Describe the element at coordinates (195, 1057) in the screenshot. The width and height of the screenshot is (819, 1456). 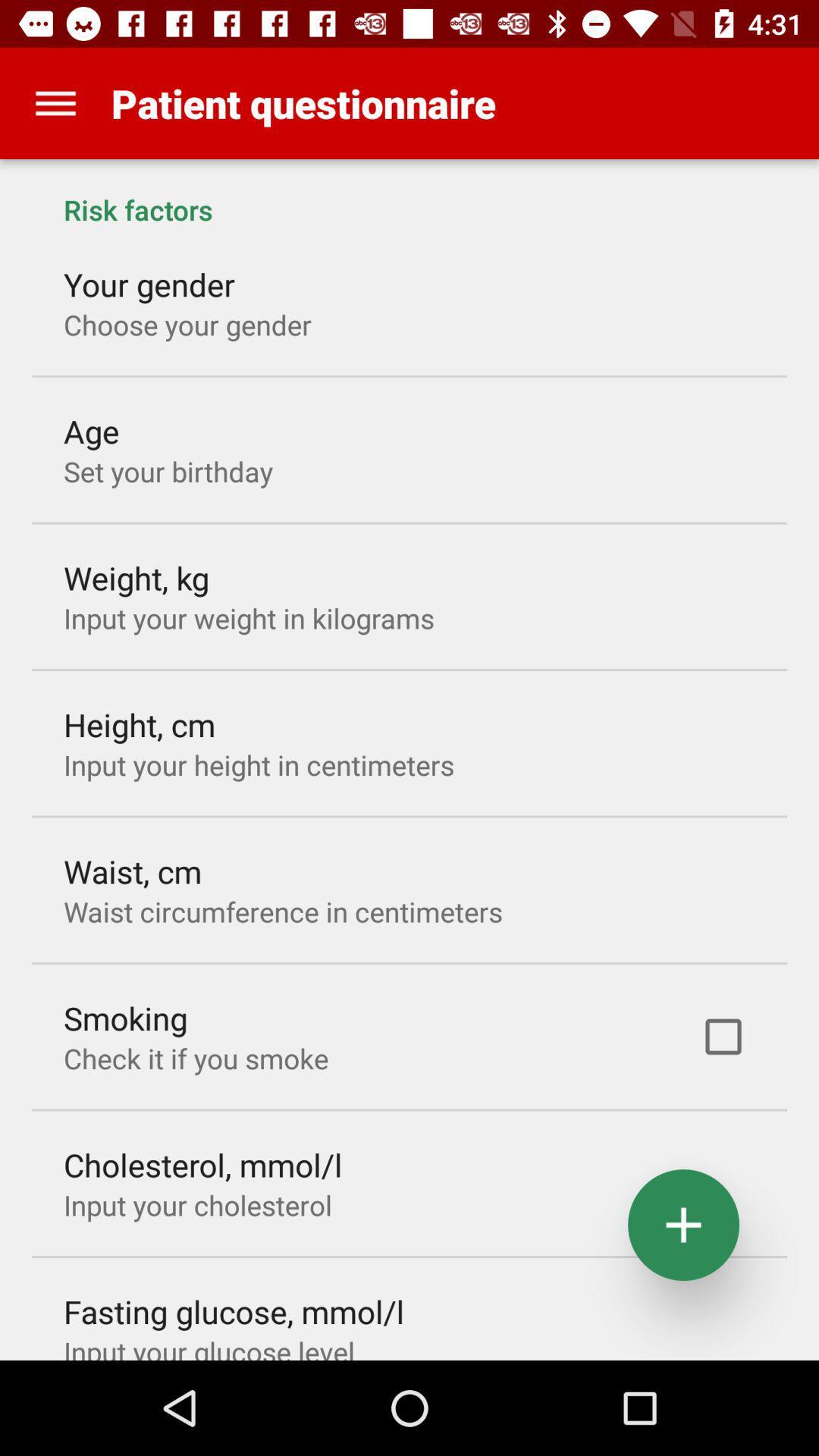
I see `the item above the cholesterol, mmol/l app` at that location.